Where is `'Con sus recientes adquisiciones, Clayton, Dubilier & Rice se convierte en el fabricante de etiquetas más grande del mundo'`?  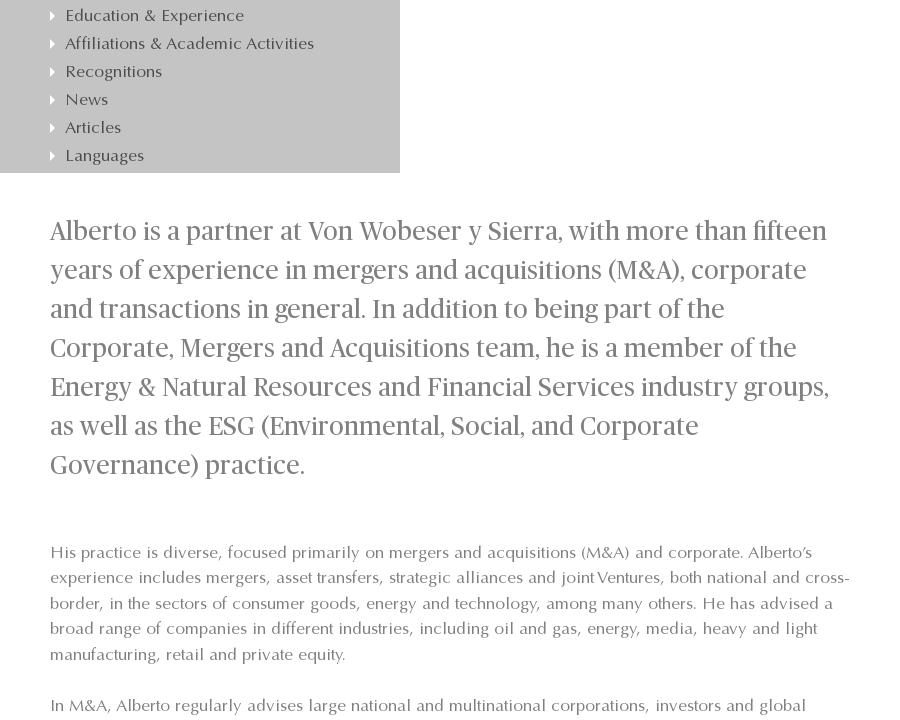 'Con sus recientes adquisiciones, Clayton, Dubilier & Rice se convierte en el fabricante de etiquetas más grande del mundo' is located at coordinates (210, 163).